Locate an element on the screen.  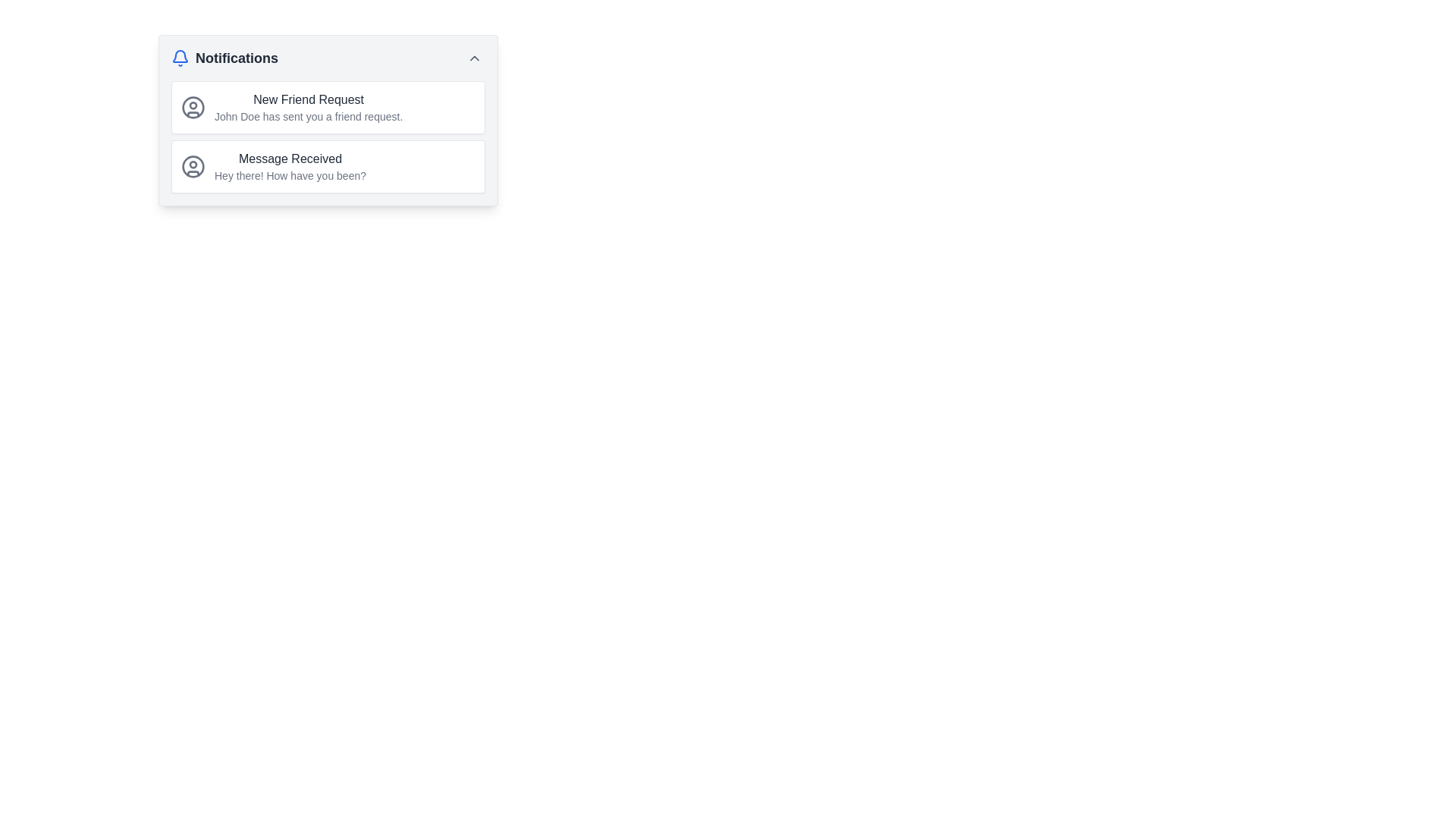
the user account avatar icon located at the top of the notification dropdown, which is immediately to the left of the text block containing 'New Friend Request' and 'John Doe has sent you a friend request.' is located at coordinates (192, 107).